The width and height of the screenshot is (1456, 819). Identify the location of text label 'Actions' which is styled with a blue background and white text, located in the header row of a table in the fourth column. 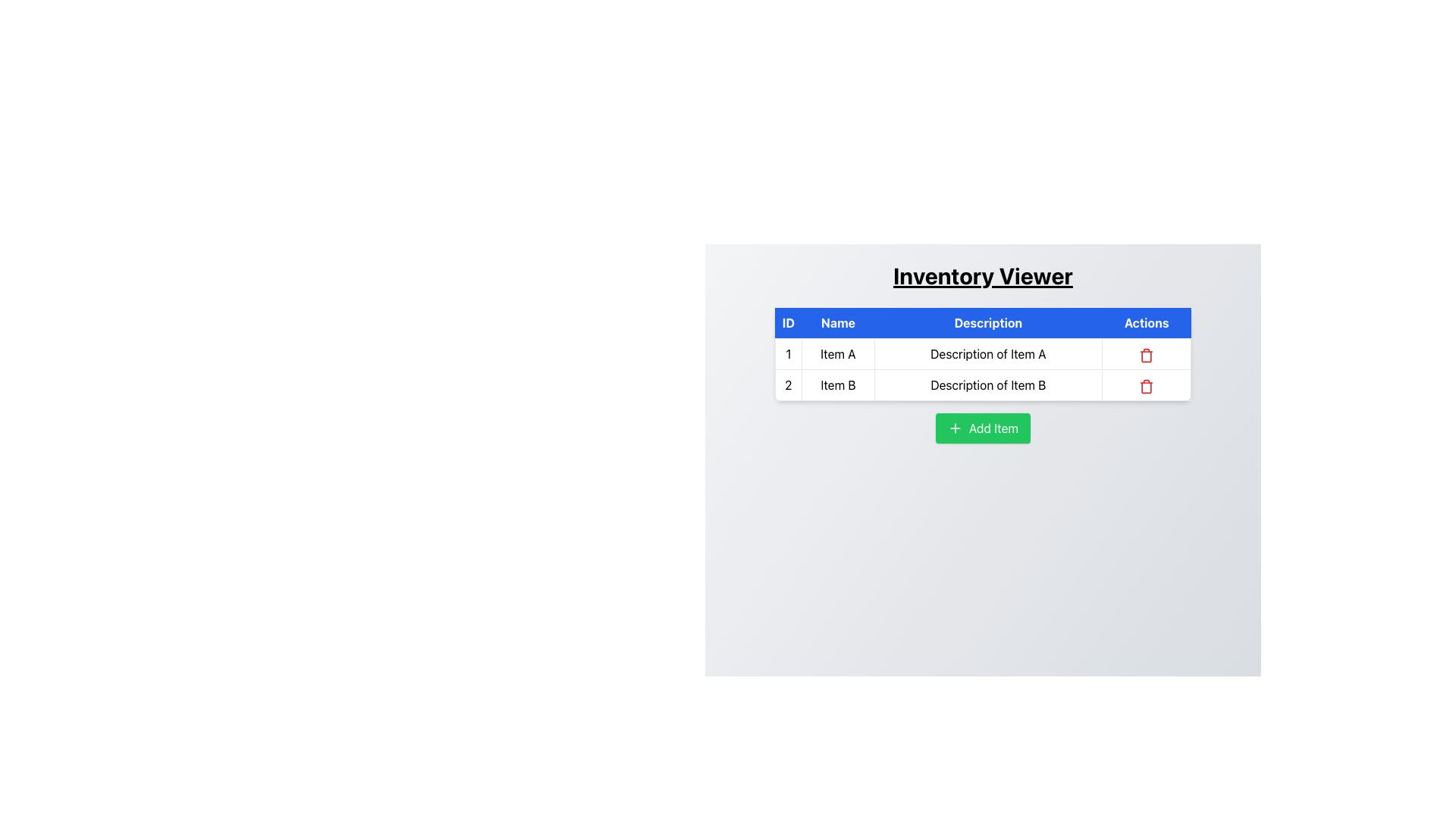
(1147, 322).